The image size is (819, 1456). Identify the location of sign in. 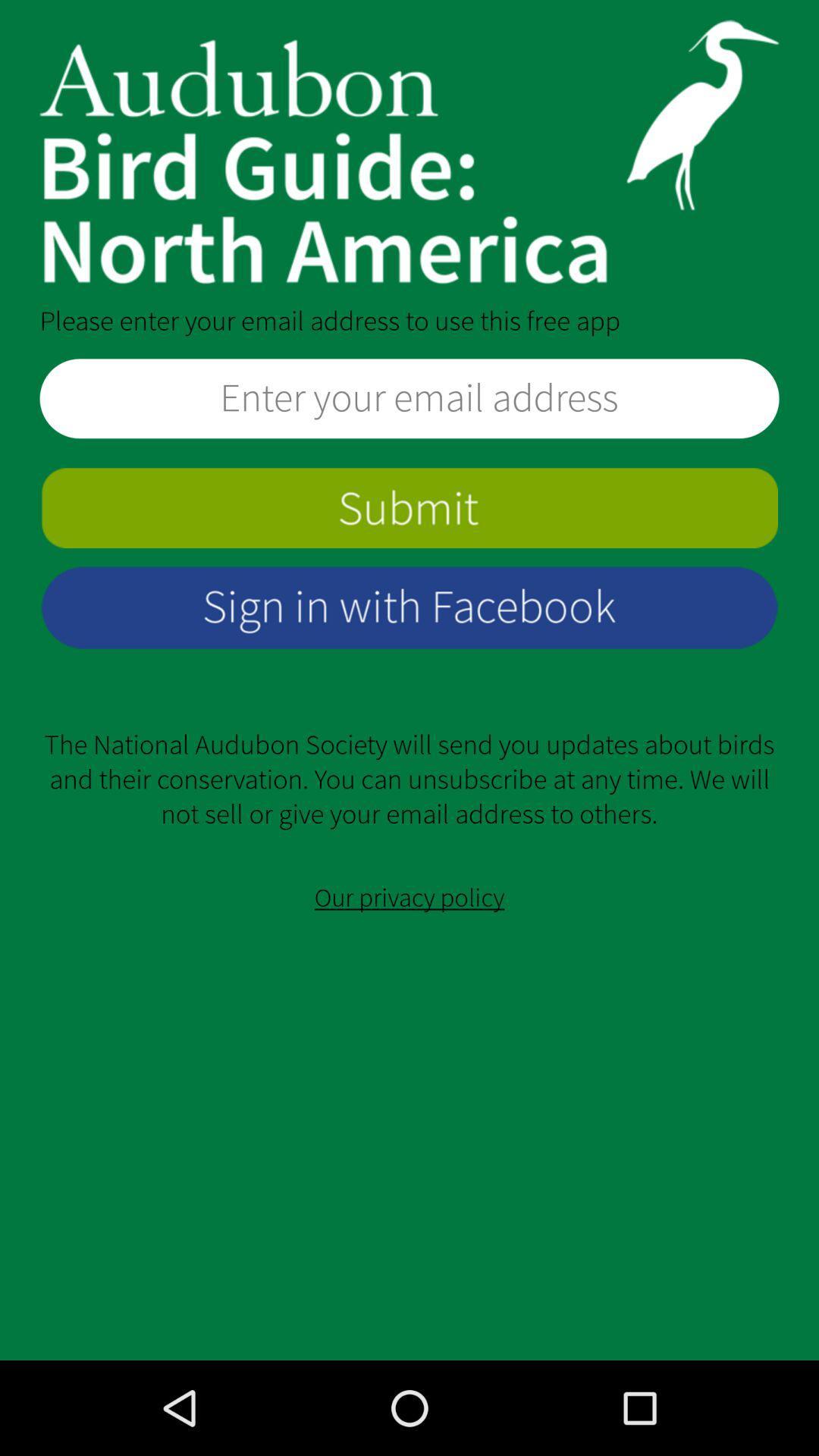
(409, 607).